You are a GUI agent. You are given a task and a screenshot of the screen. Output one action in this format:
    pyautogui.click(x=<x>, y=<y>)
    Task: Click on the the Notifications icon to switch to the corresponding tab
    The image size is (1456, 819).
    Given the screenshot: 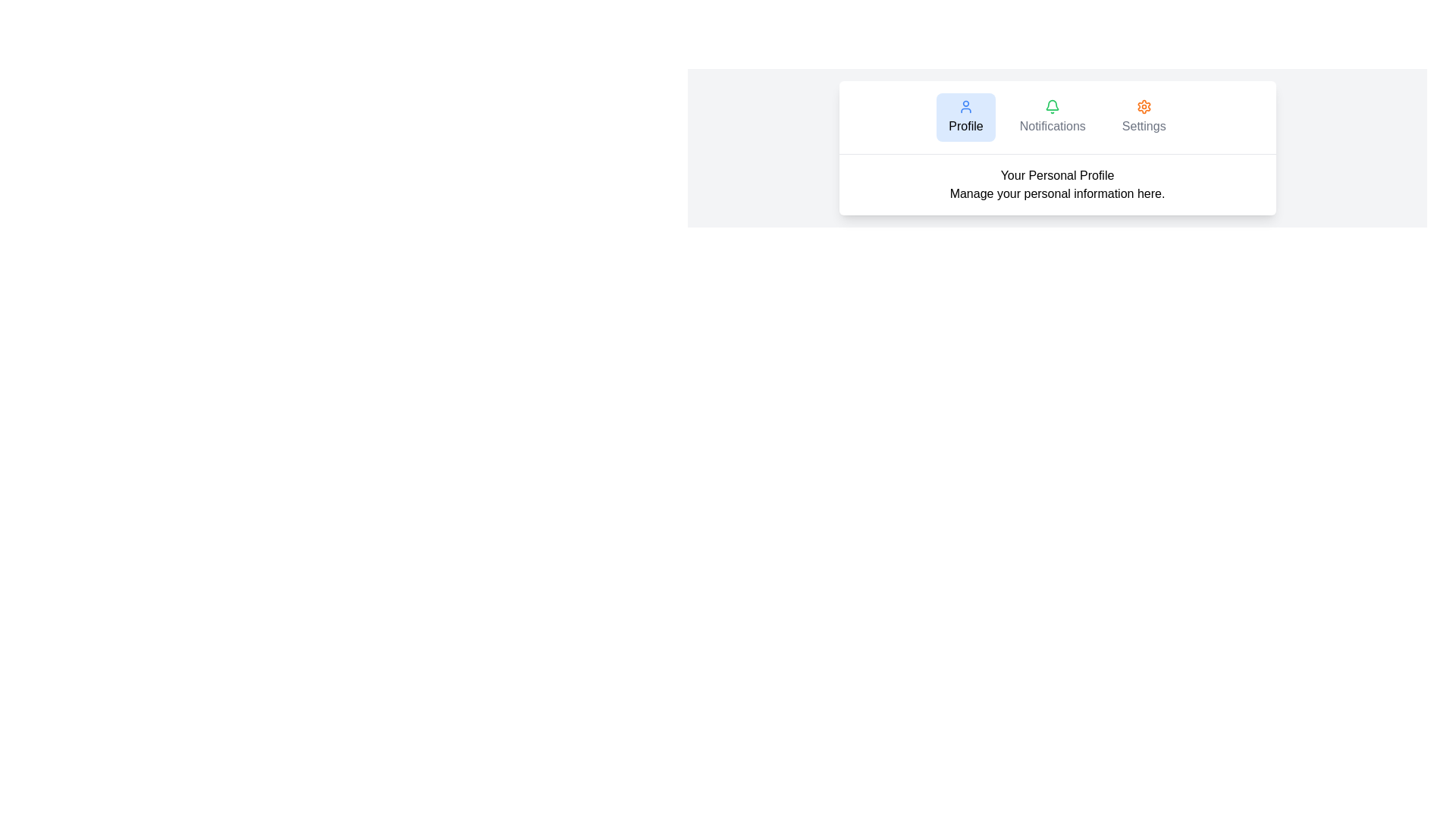 What is the action you would take?
    pyautogui.click(x=1051, y=106)
    